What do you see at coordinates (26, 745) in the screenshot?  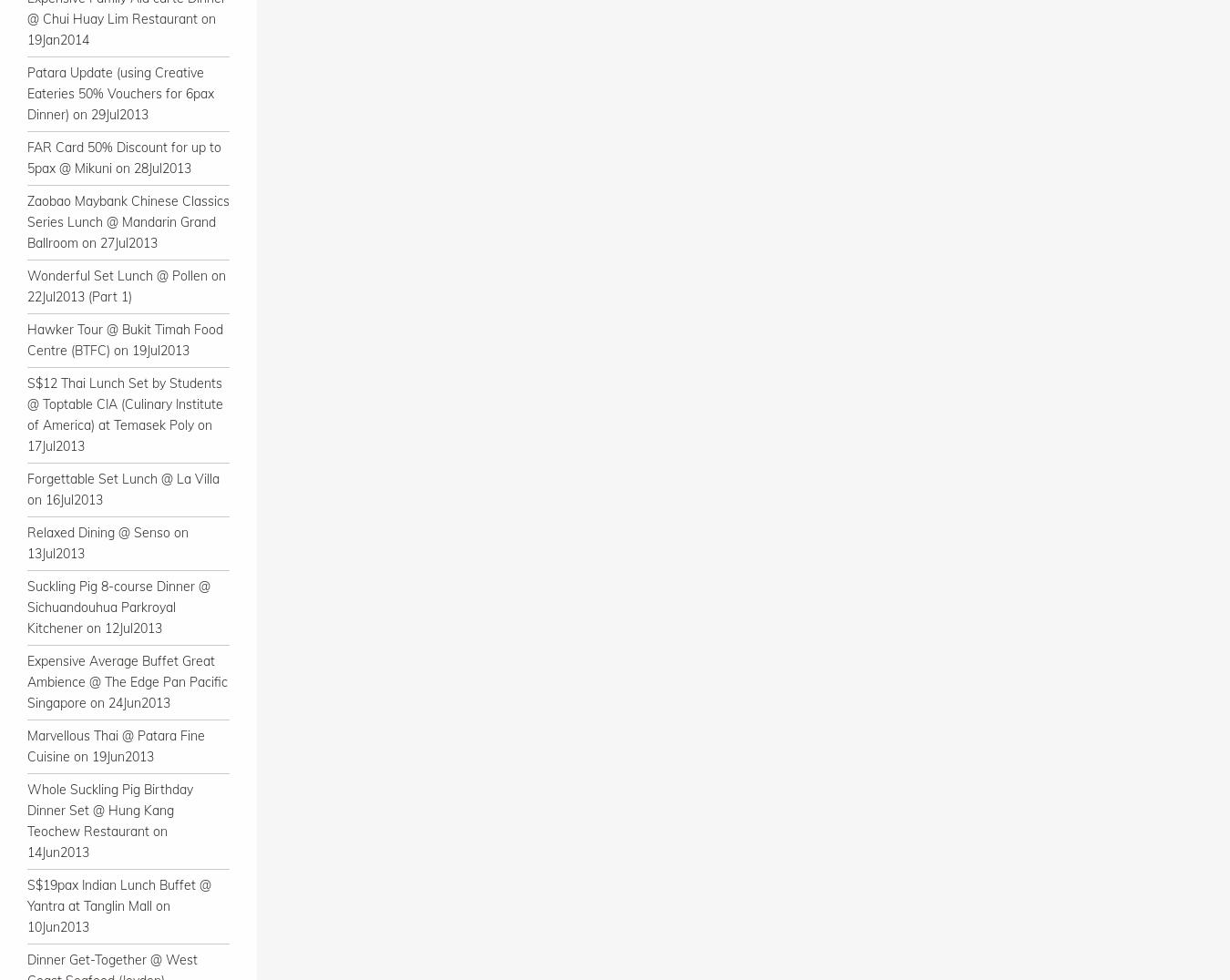 I see `'Marvellous Thai @ Patara Fine Cuisine on 19Jun2013'` at bounding box center [26, 745].